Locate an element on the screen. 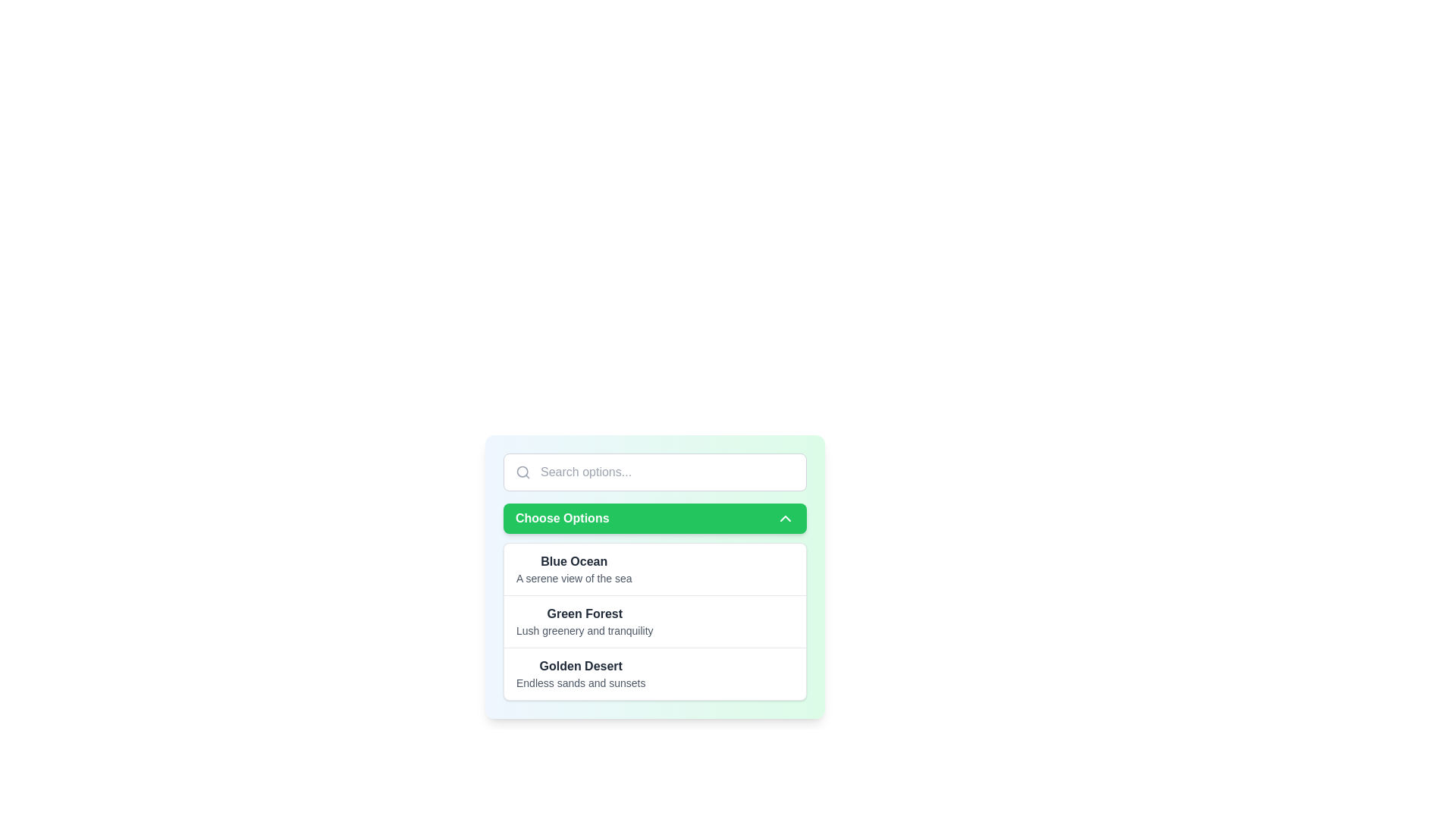  the dropdown menu item displaying 'Green Forest', which is the second item in the list below the 'Choose Options' button is located at coordinates (655, 622).